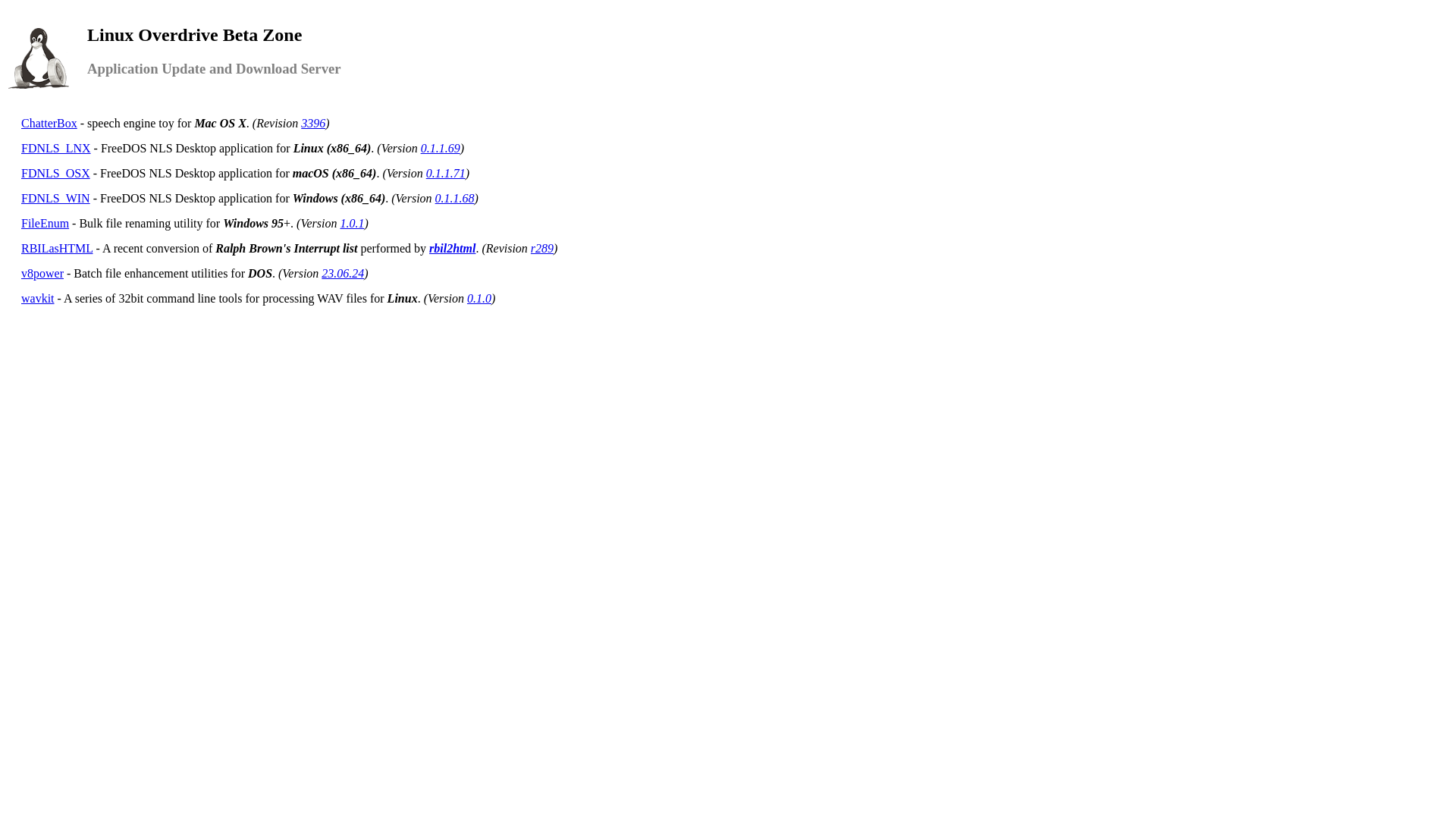 The width and height of the screenshot is (1456, 819). What do you see at coordinates (479, 298) in the screenshot?
I see `'0.1.0'` at bounding box center [479, 298].